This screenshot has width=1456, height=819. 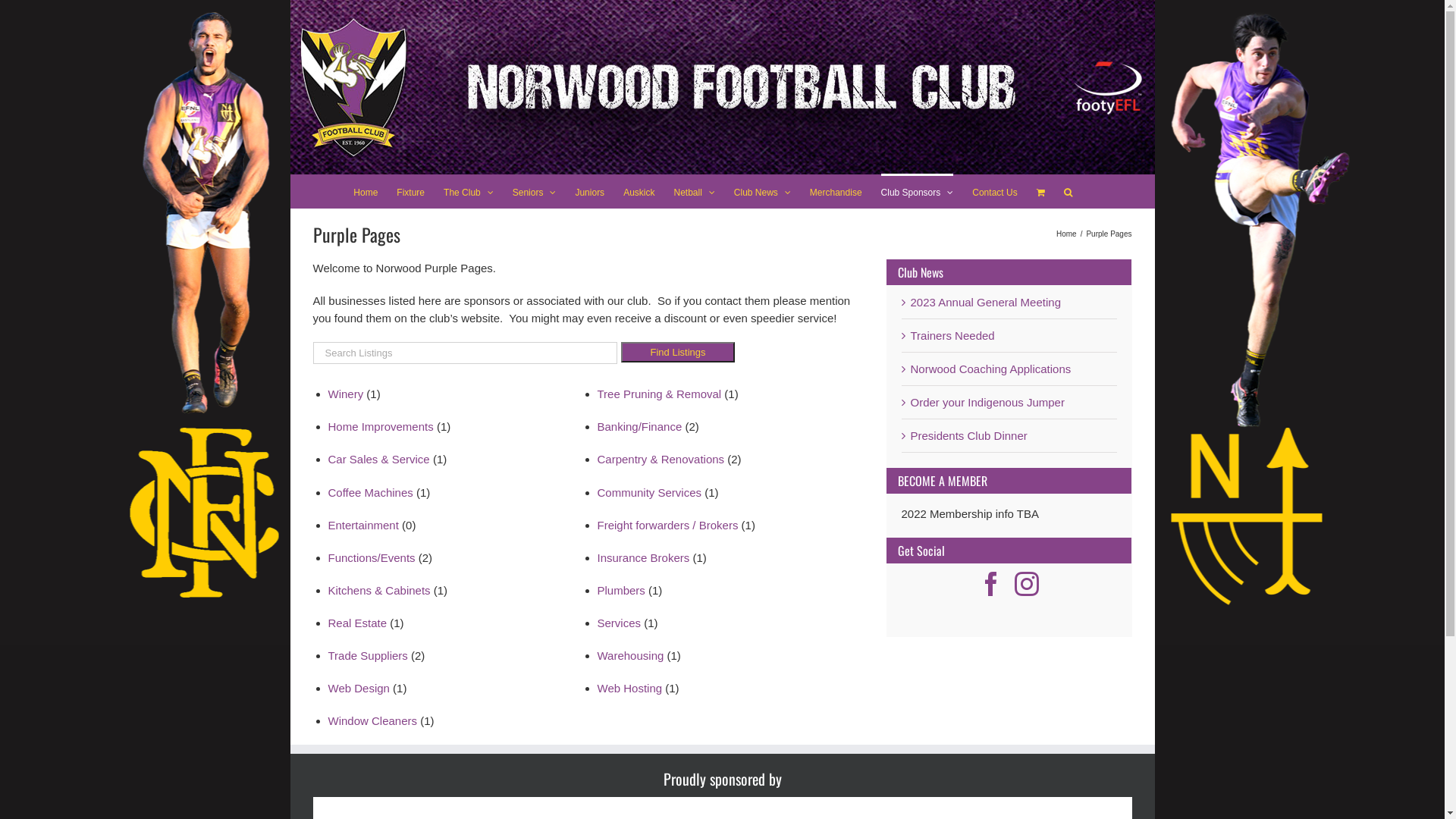 I want to click on 'Window Cleaners', so click(x=372, y=720).